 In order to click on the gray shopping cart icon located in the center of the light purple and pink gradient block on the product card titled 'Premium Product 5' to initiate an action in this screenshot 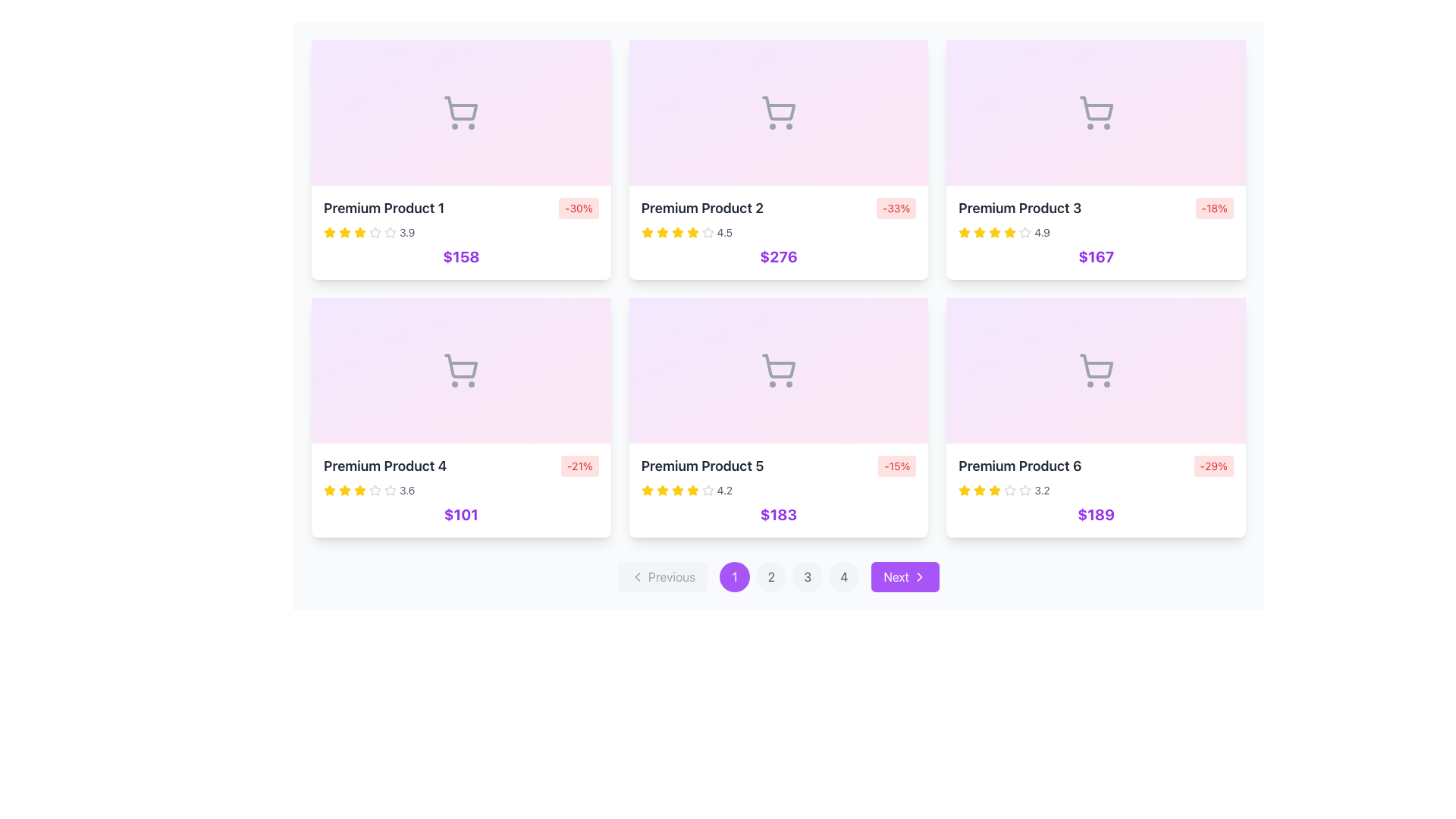, I will do `click(779, 371)`.